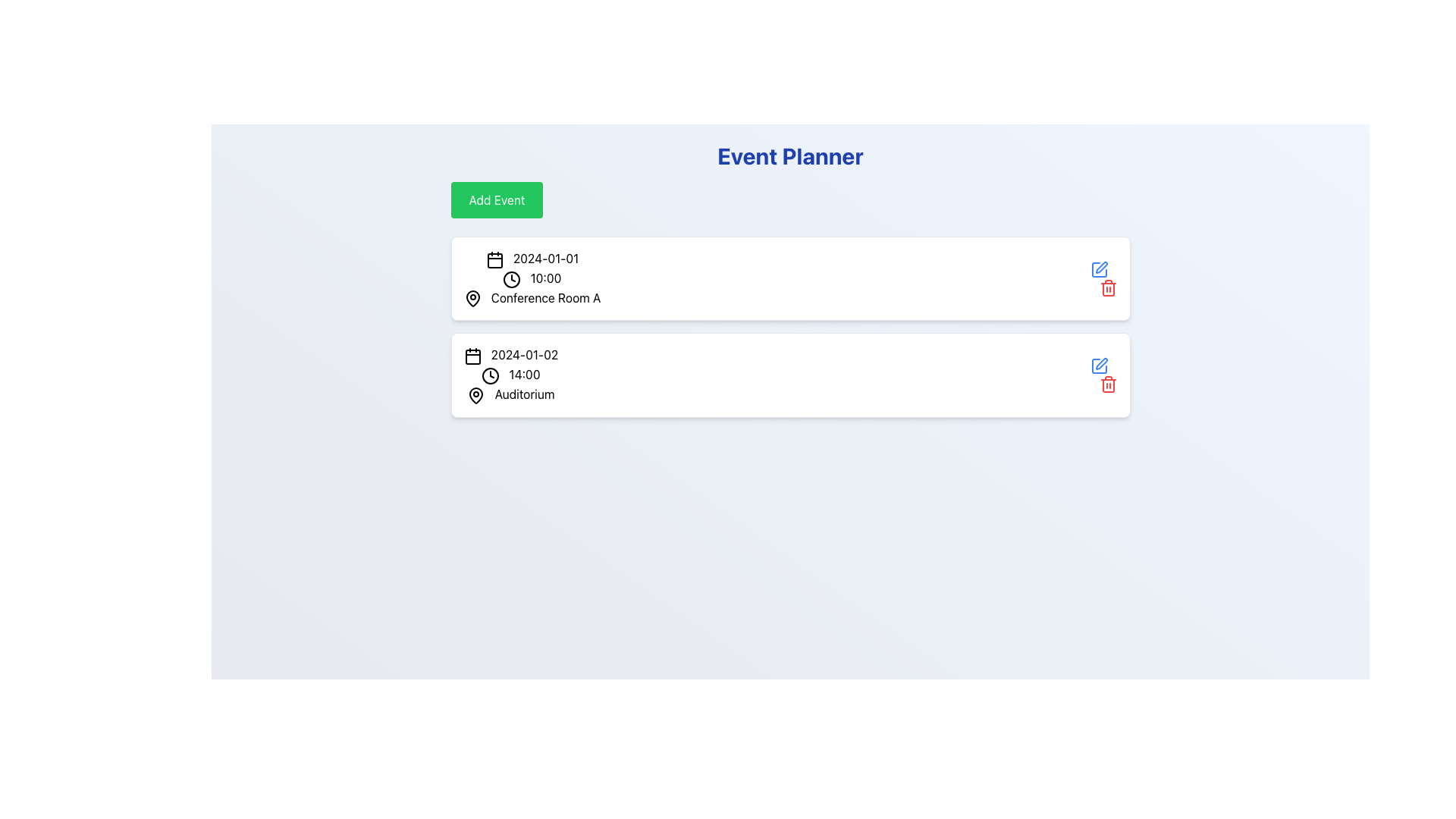  What do you see at coordinates (1103, 278) in the screenshot?
I see `the edit button located in the white information card for the event scheduled on '2024-01-01 10:00 Conference Room A' to initiate the editing interface` at bounding box center [1103, 278].